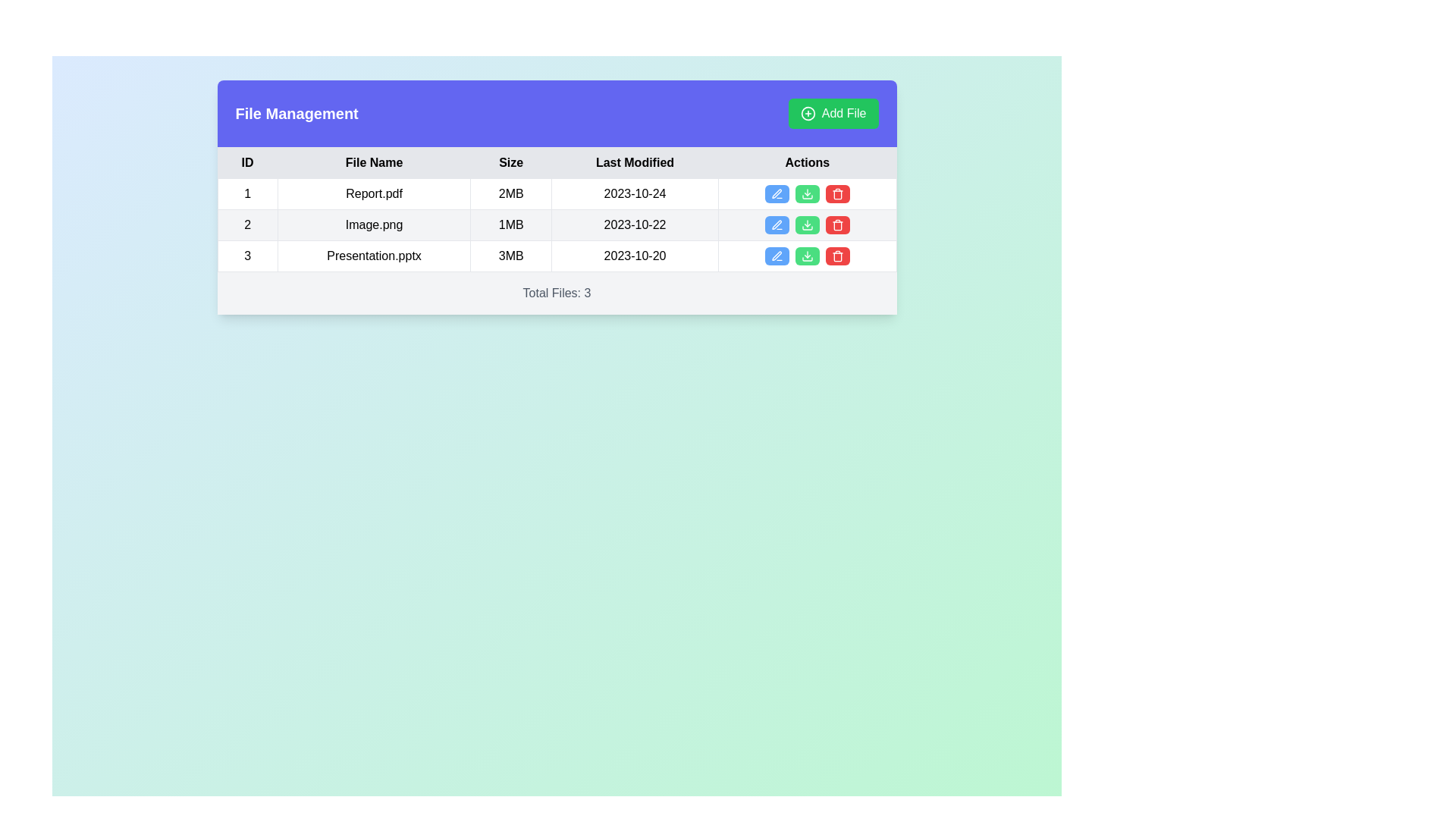  I want to click on the green download button in the 'Actions' column for the row labeled 'Image.png' to initiate a file download, so click(806, 225).